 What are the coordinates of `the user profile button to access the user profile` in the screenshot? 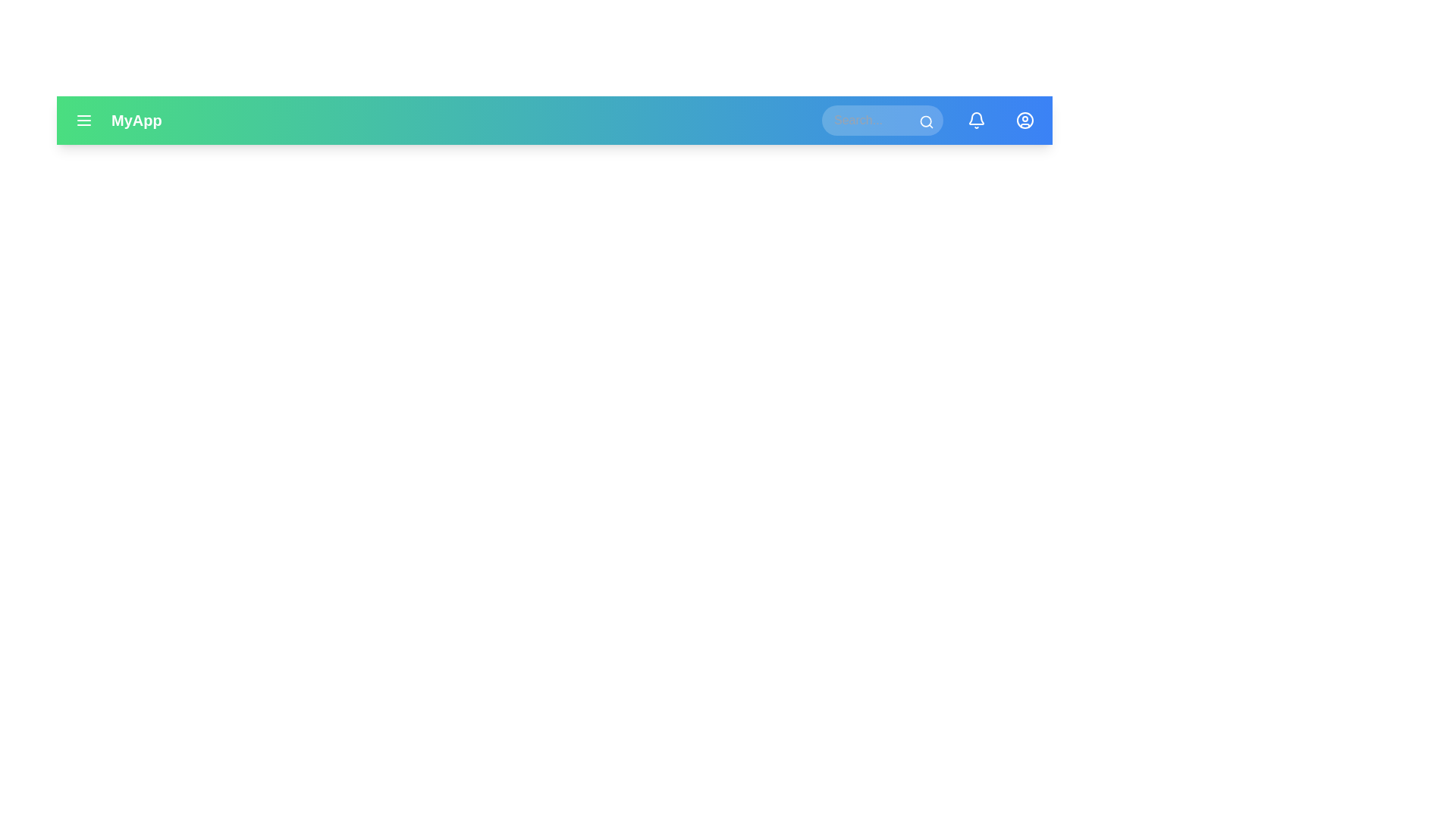 It's located at (1025, 119).